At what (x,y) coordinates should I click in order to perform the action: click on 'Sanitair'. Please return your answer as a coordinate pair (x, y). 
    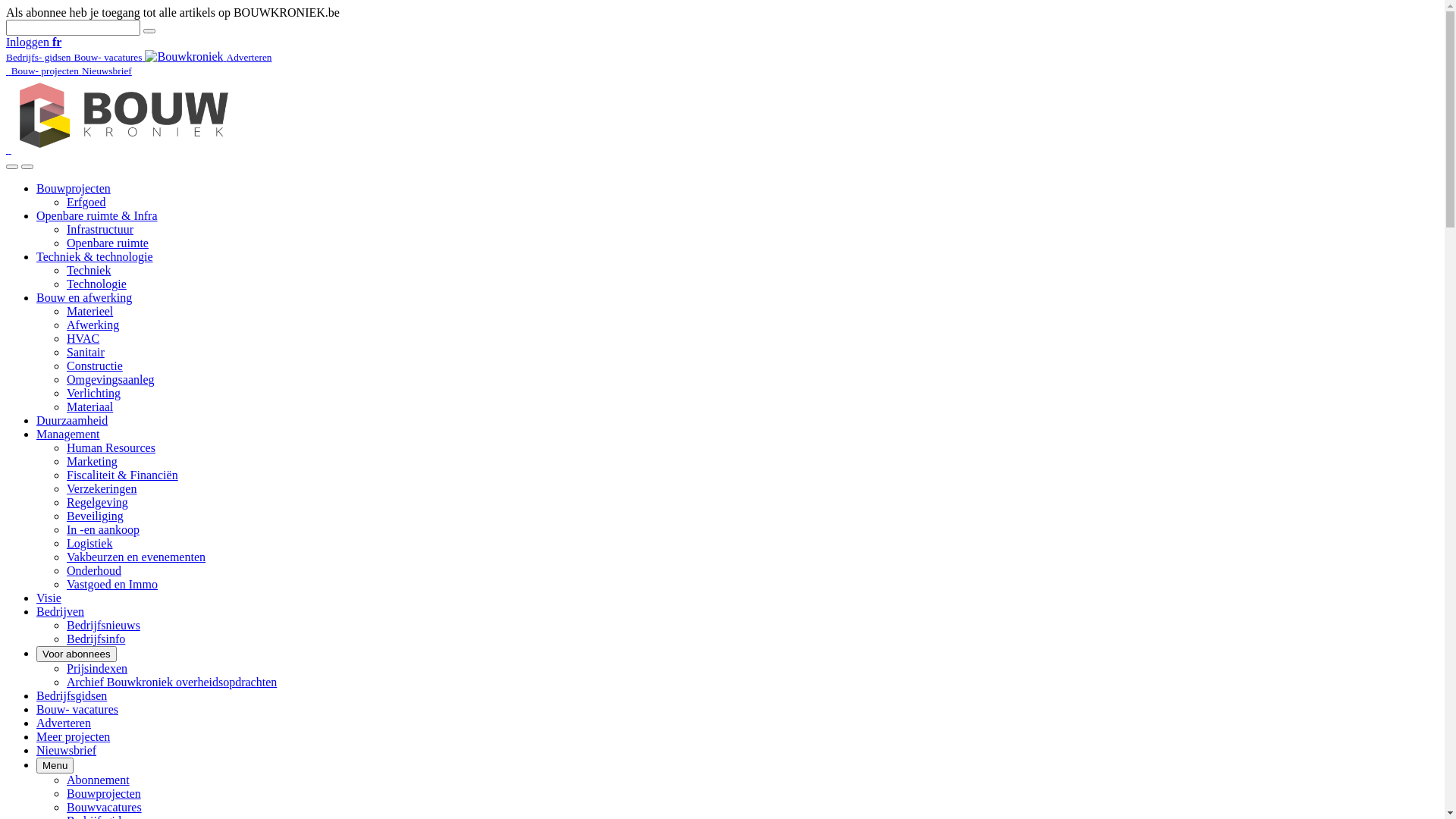
    Looking at the image, I should click on (85, 352).